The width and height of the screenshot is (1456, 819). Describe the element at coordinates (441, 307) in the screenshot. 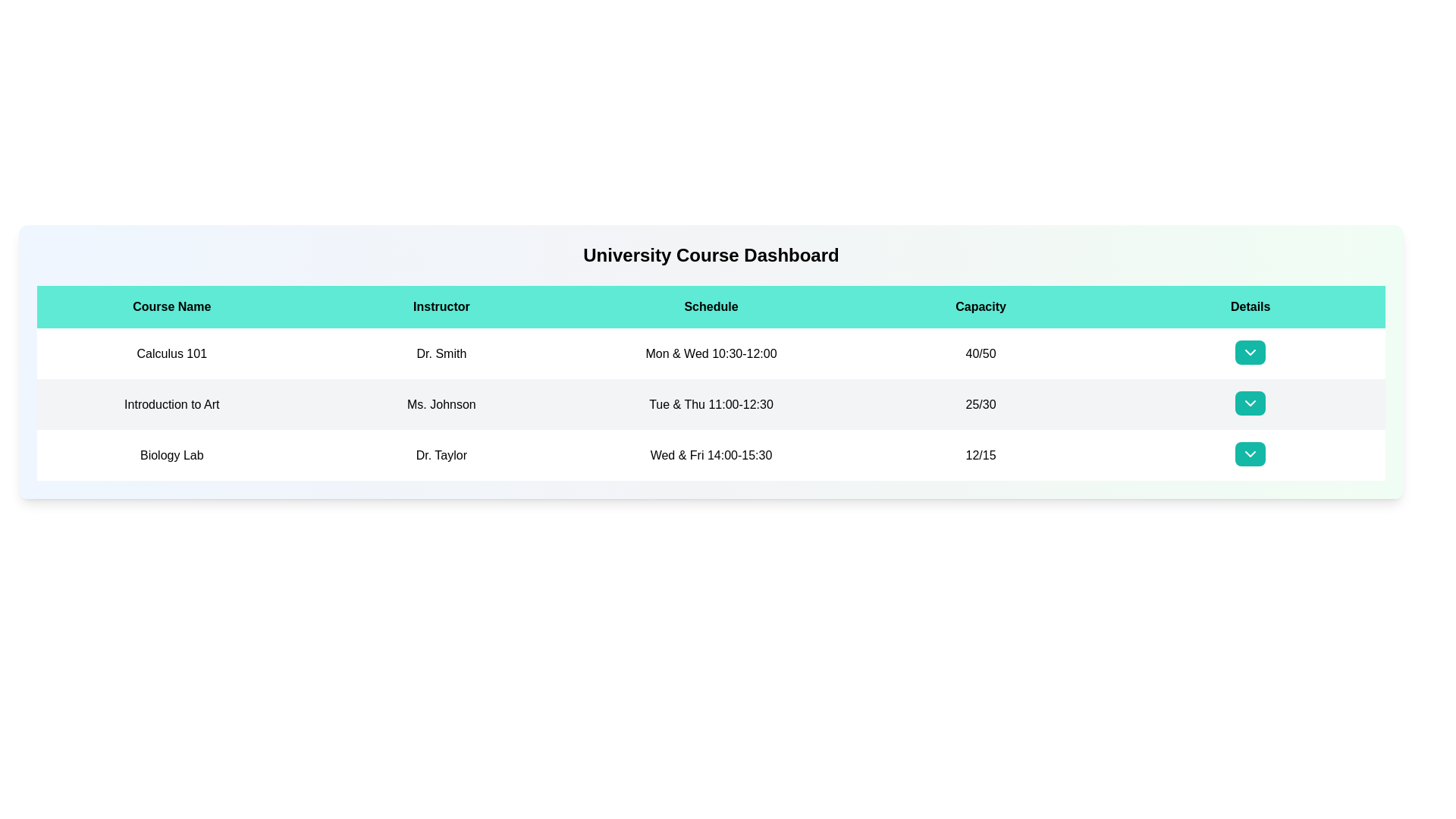

I see `the text label that serves as a header for the column containing information about instructors, located between the 'Course Name' and 'Schedule' headers in the table` at that location.